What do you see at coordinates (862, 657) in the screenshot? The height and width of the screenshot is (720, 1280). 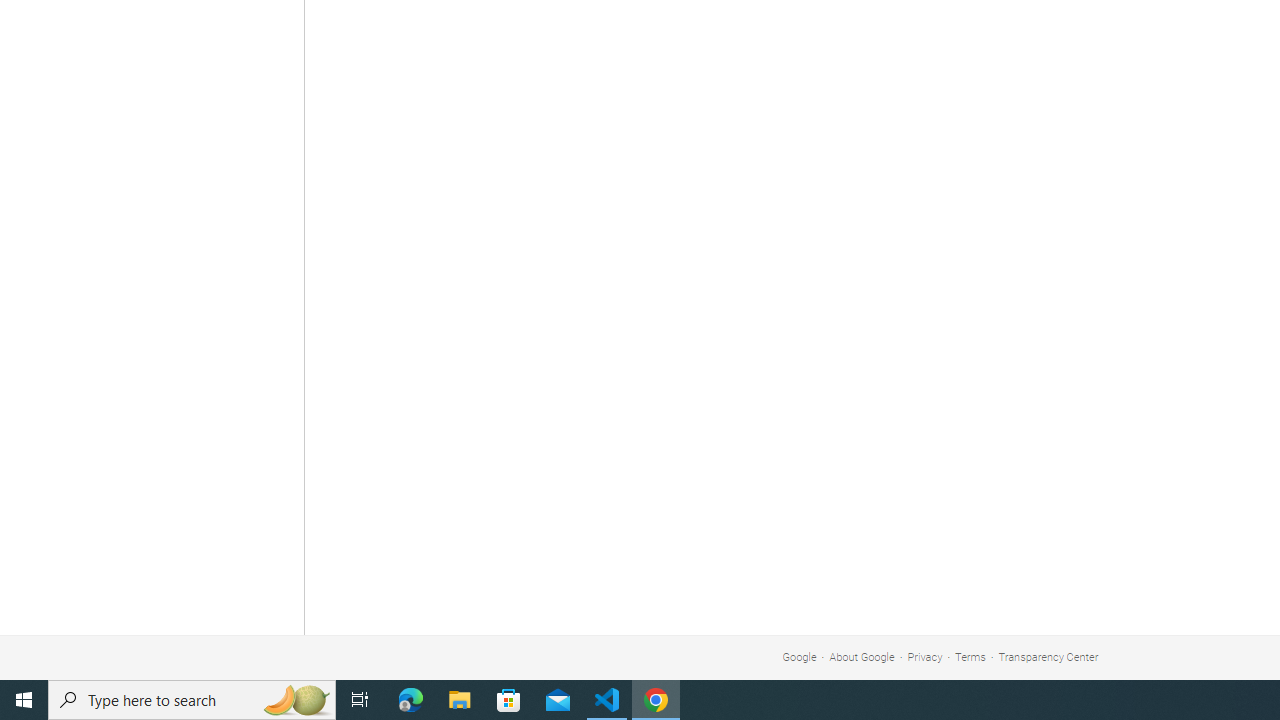 I see `'About Google'` at bounding box center [862, 657].